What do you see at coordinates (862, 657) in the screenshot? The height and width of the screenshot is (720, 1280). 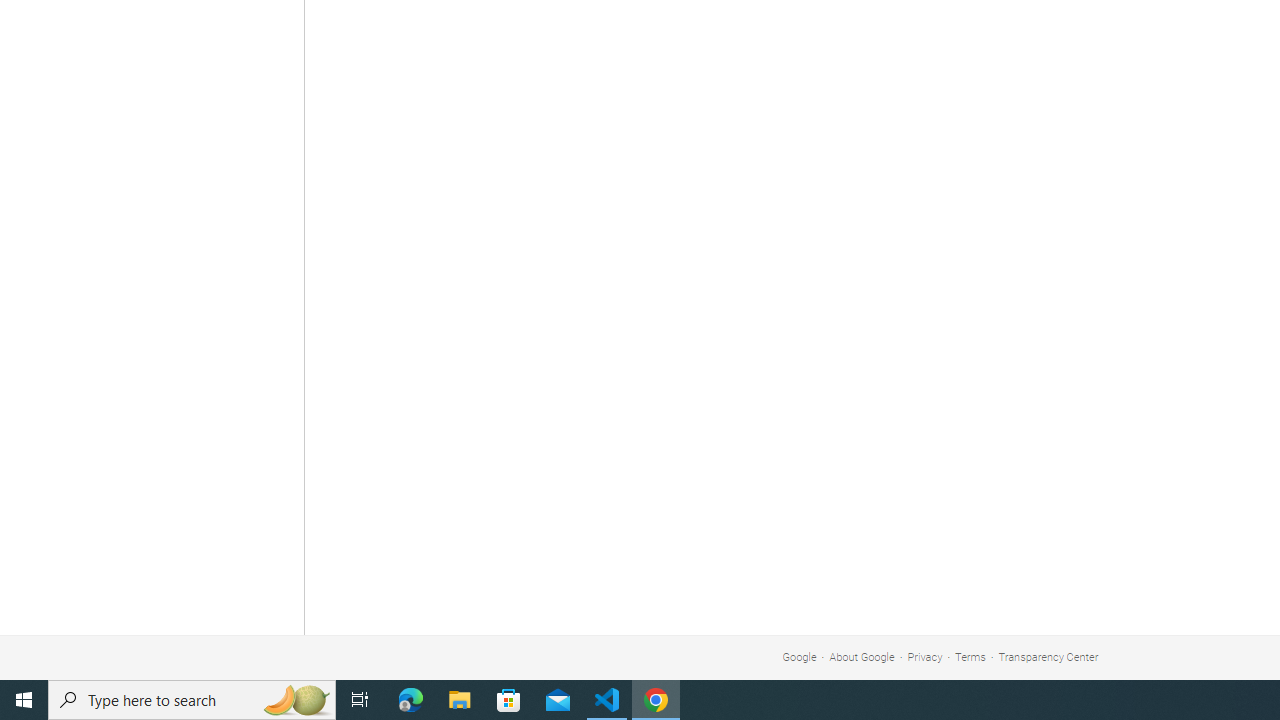 I see `'About Google'` at bounding box center [862, 657].